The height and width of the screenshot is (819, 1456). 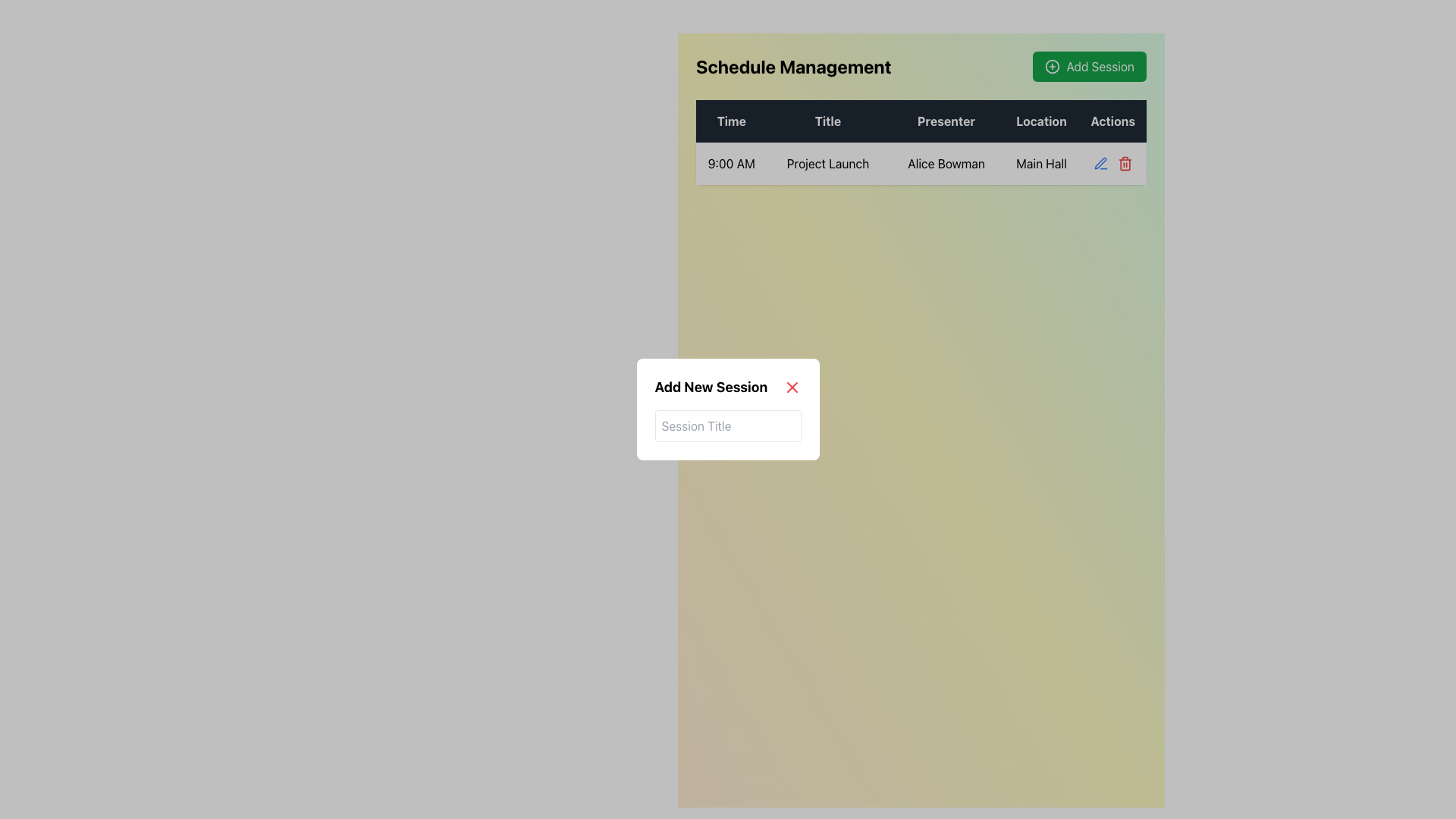 I want to click on the delete icon button in the Actions column of the Project Launch entry, so click(x=1125, y=164).